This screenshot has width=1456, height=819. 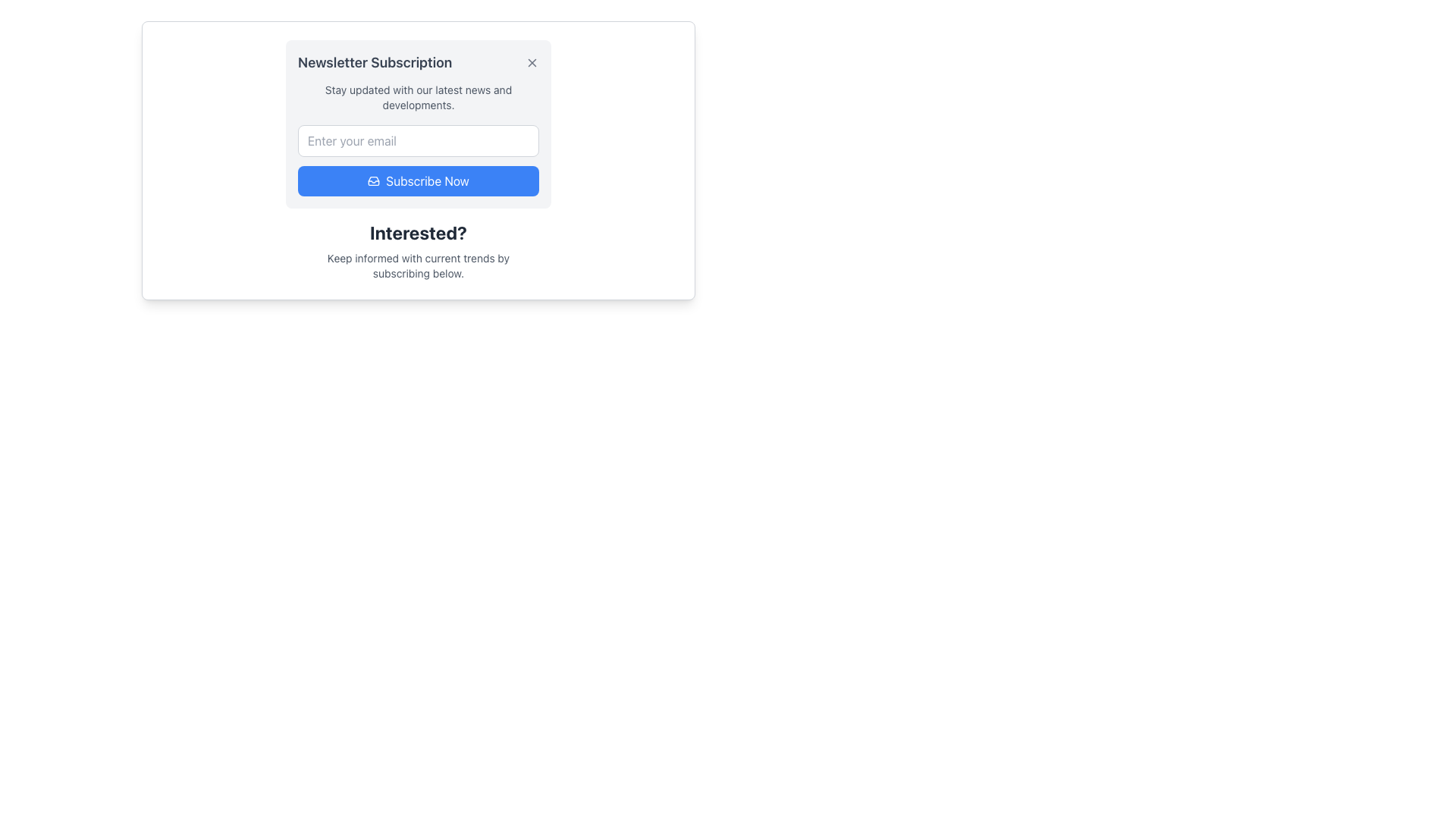 I want to click on the informational text label for the newsletter subscription, which is located below the title of the section and above the email input field, so click(x=419, y=97).